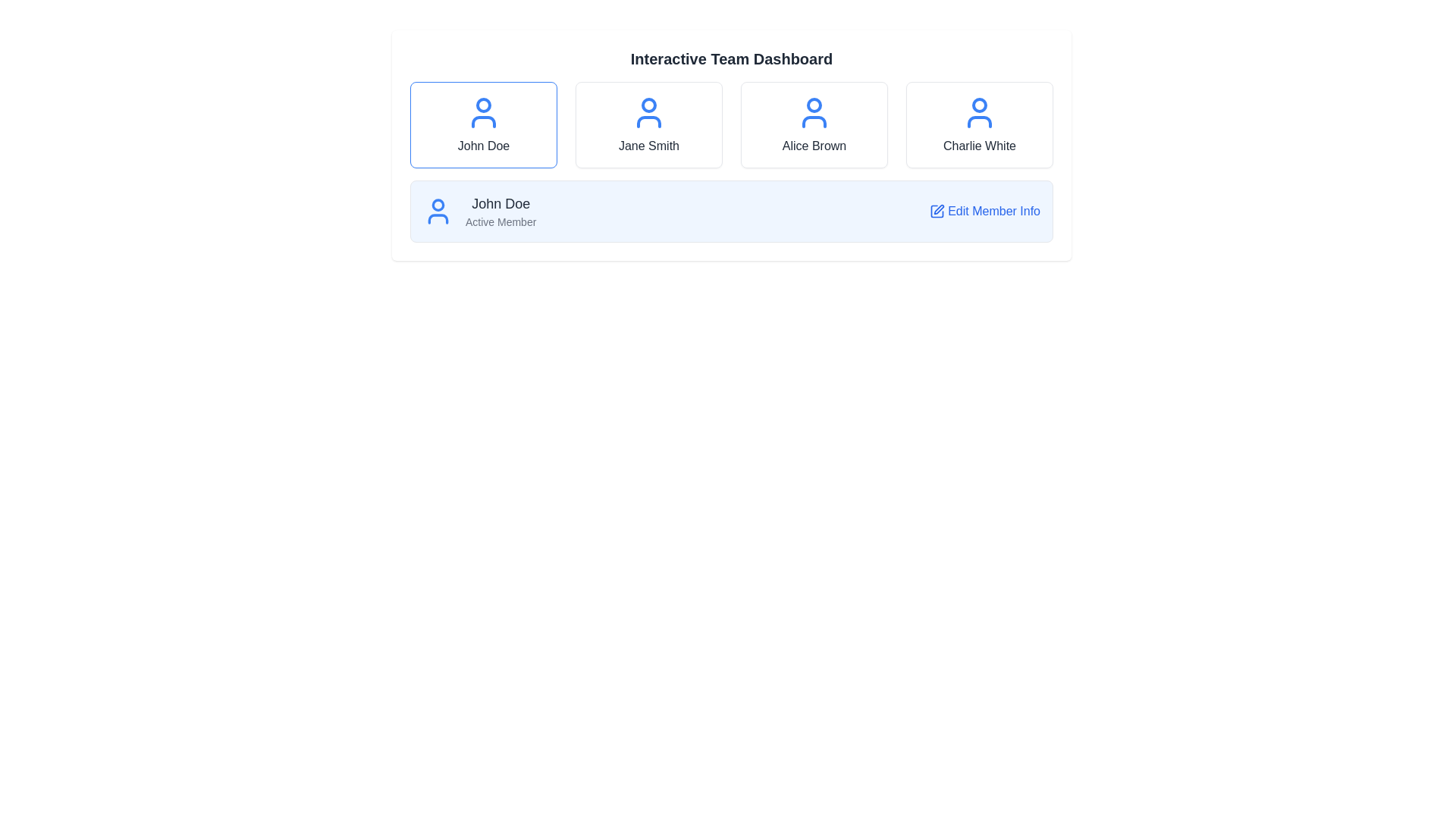 The width and height of the screenshot is (1456, 819). What do you see at coordinates (437, 219) in the screenshot?
I see `the lower part of the user icon representing the shoulders of the figure, located above the text 'John Doe'` at bounding box center [437, 219].